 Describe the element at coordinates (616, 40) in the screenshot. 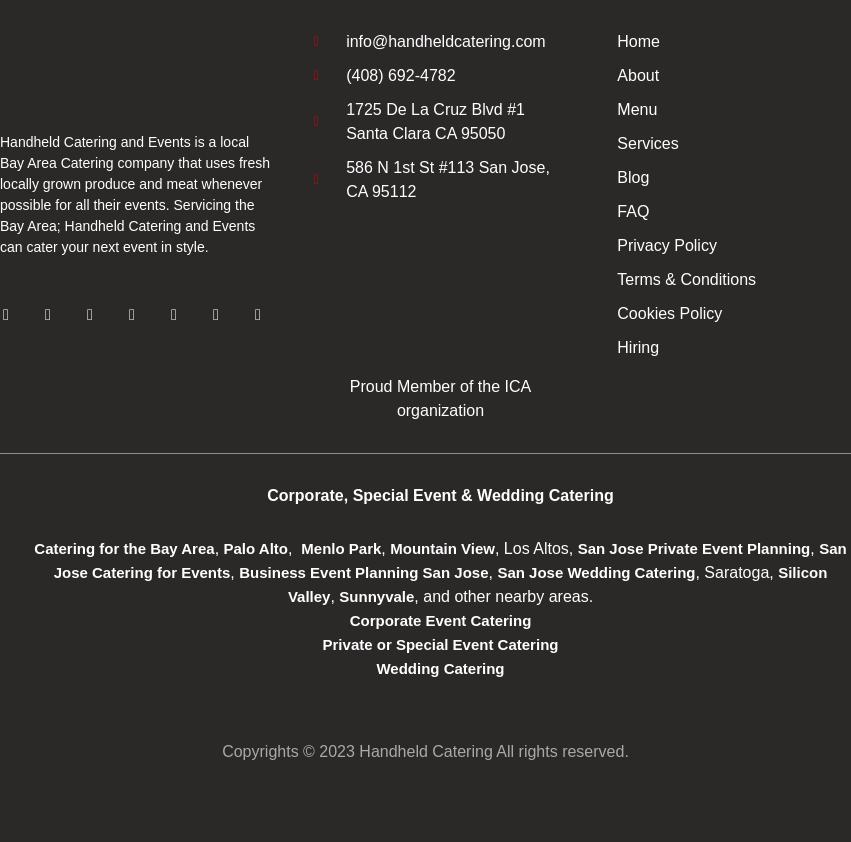

I see `'Home'` at that location.